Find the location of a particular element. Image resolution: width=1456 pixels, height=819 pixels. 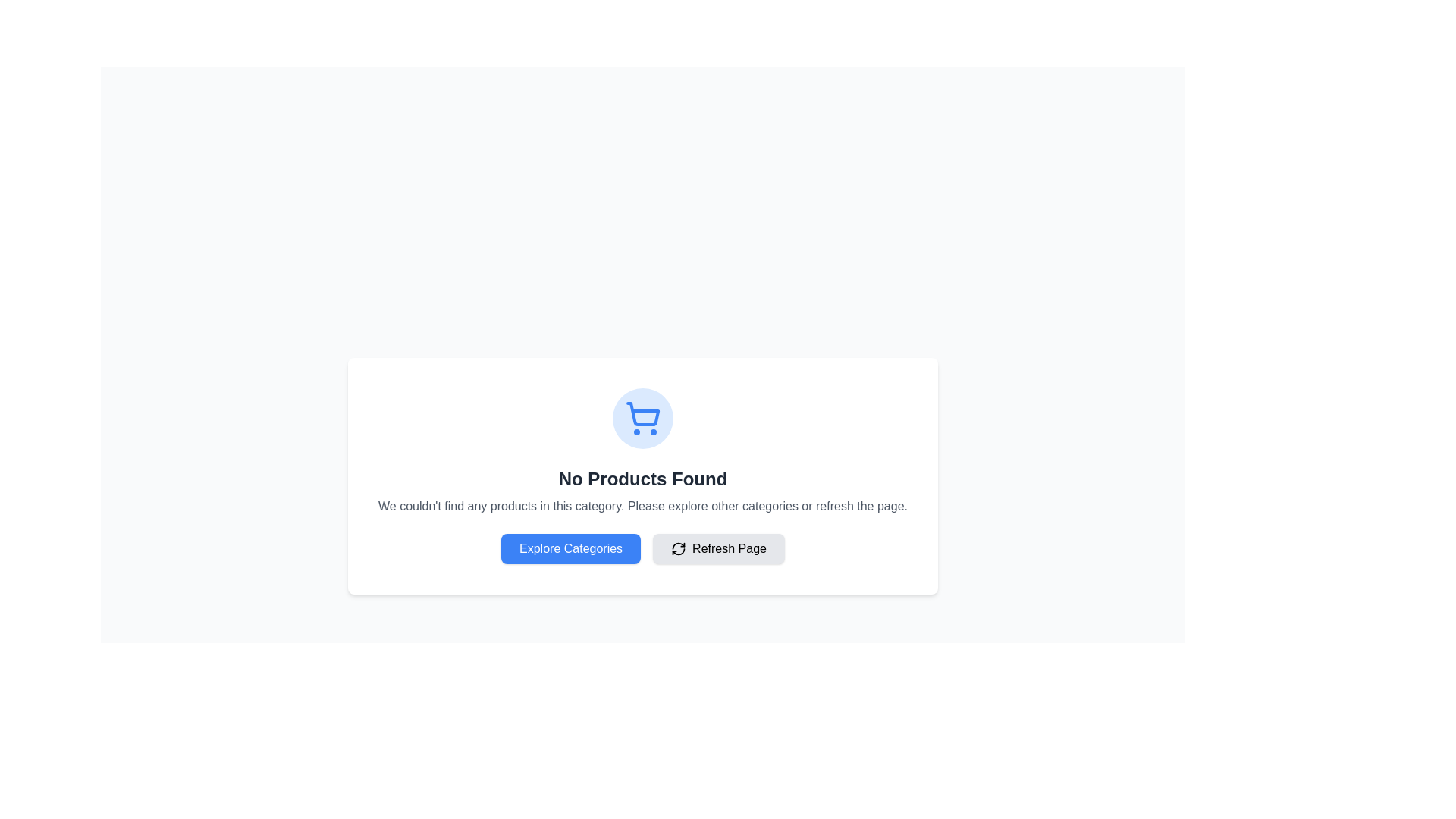

the circular light blue Icon Button containing a blue shopping cart icon located at the top center of the card-like area above the 'No Products Found' text is located at coordinates (643, 418).